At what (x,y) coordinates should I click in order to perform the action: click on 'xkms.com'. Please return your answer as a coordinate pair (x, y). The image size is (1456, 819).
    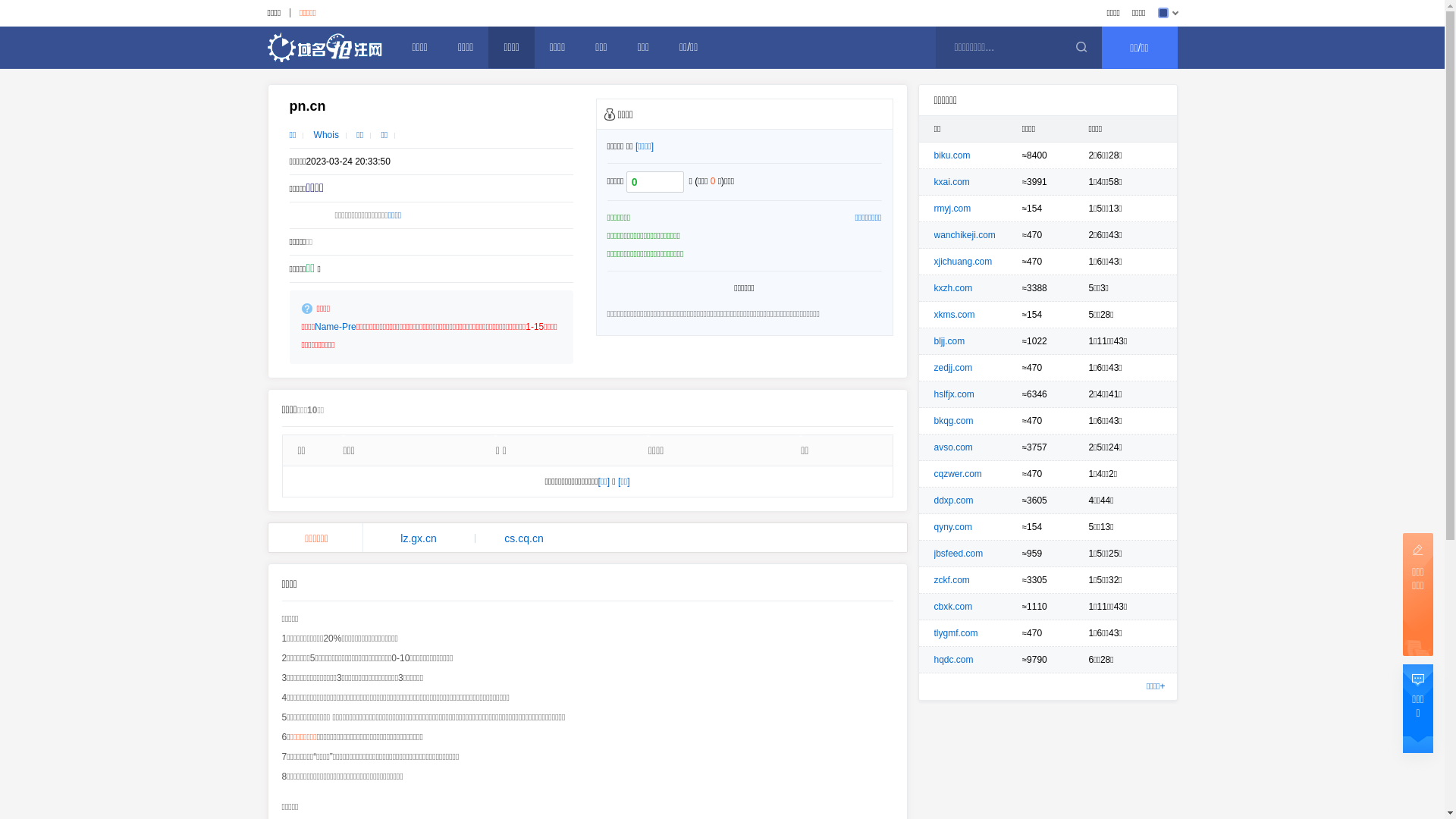
    Looking at the image, I should click on (953, 314).